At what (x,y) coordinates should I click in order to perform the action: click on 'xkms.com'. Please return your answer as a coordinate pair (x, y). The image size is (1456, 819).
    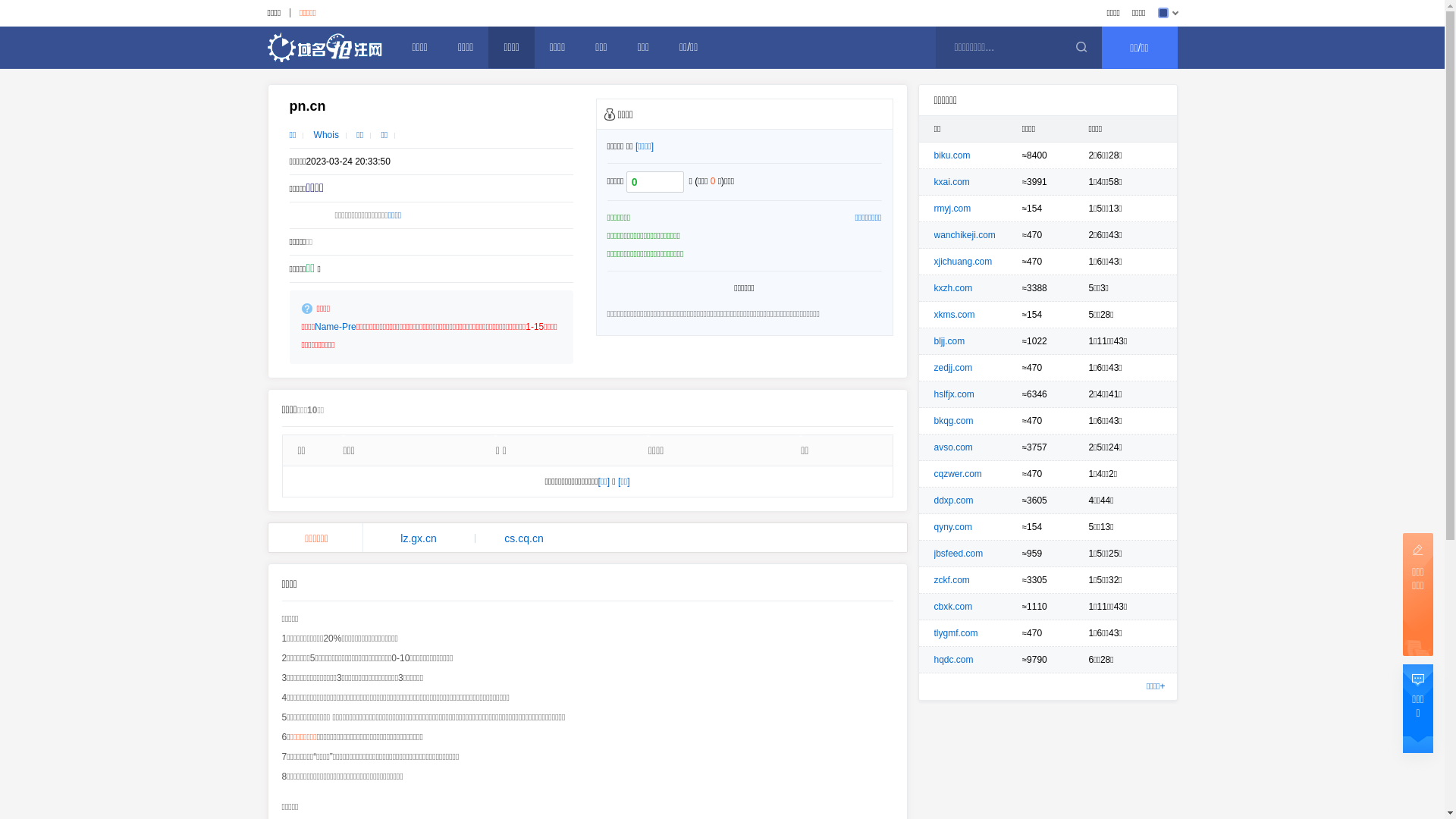
    Looking at the image, I should click on (953, 314).